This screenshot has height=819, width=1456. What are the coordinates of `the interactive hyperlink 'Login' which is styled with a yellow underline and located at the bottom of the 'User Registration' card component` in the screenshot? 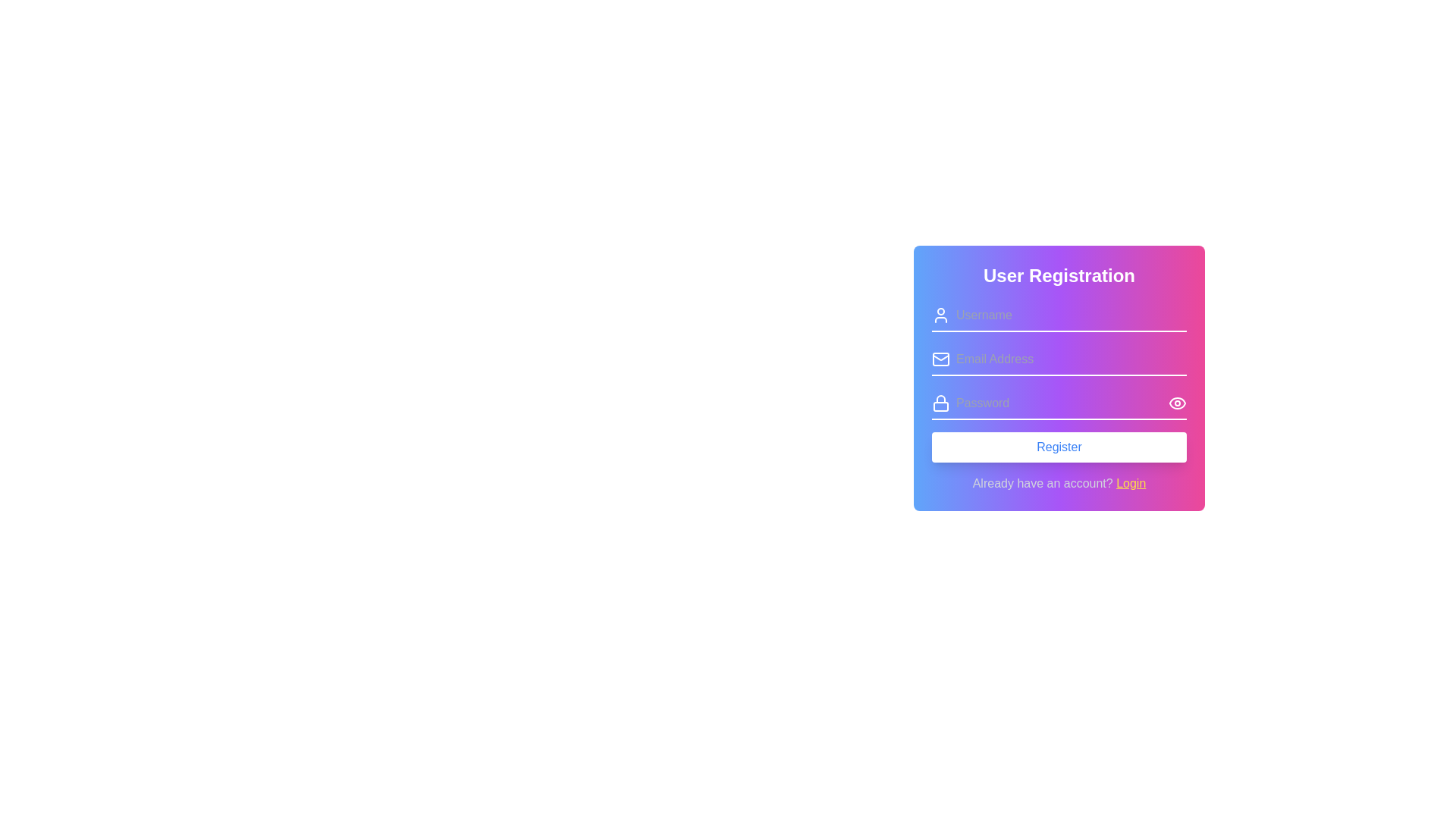 It's located at (1058, 483).